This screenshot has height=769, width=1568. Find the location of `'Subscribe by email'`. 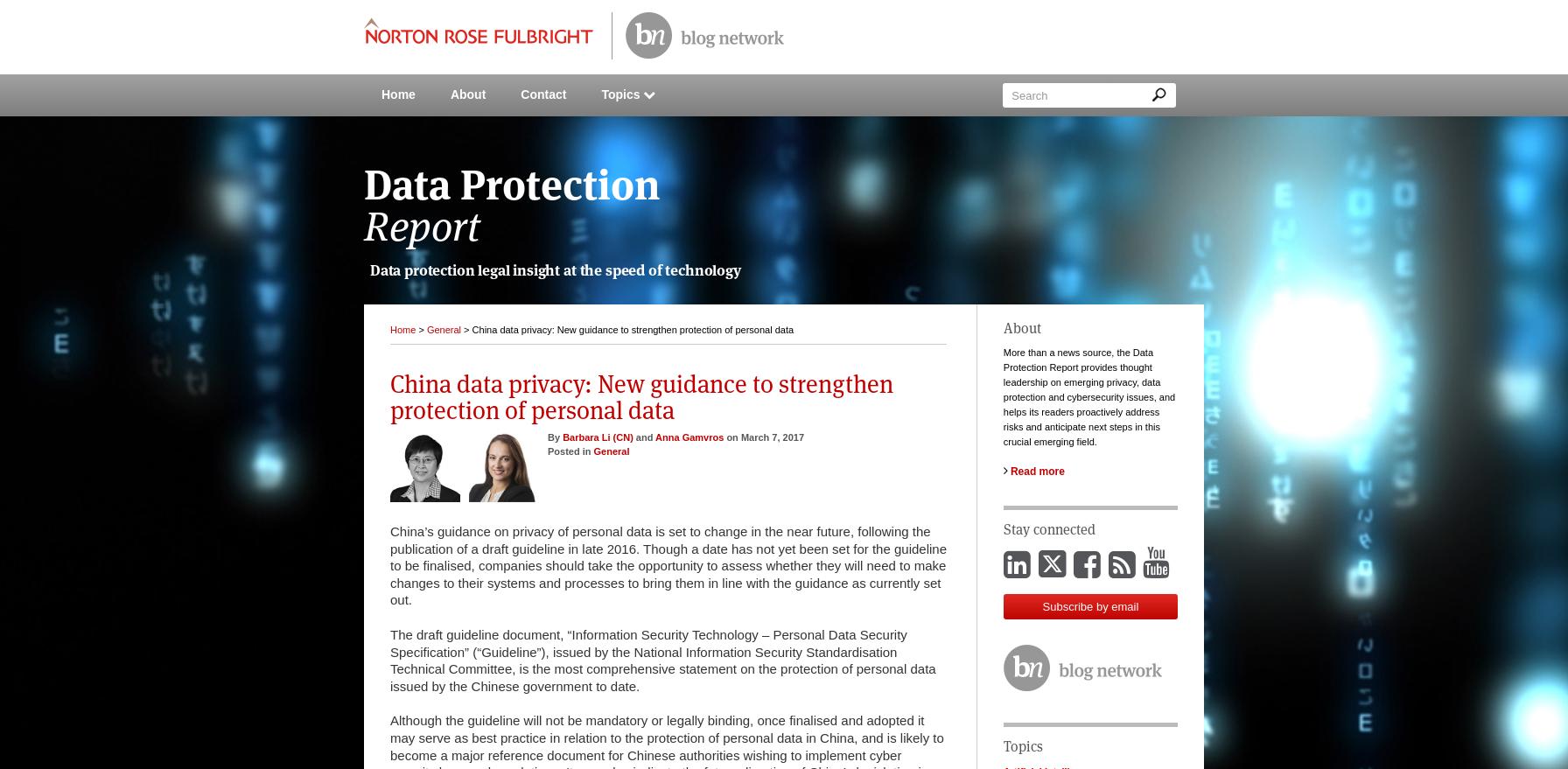

'Subscribe by email' is located at coordinates (1089, 606).